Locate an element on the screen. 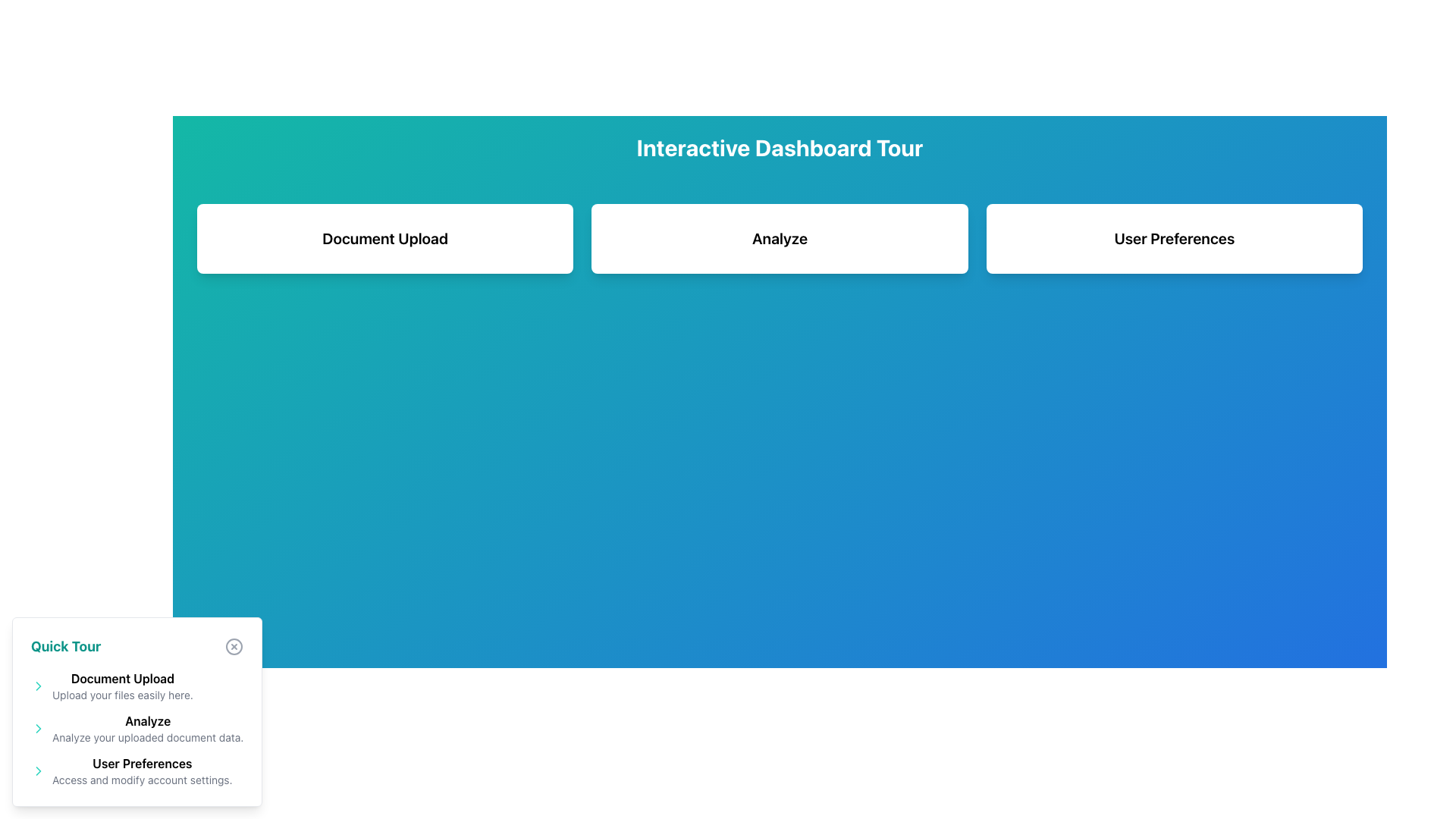 Image resolution: width=1456 pixels, height=819 pixels. the chevron icon indicating forward navigation next to 'User Preferences' in the 'Quick Tour' card is located at coordinates (39, 771).